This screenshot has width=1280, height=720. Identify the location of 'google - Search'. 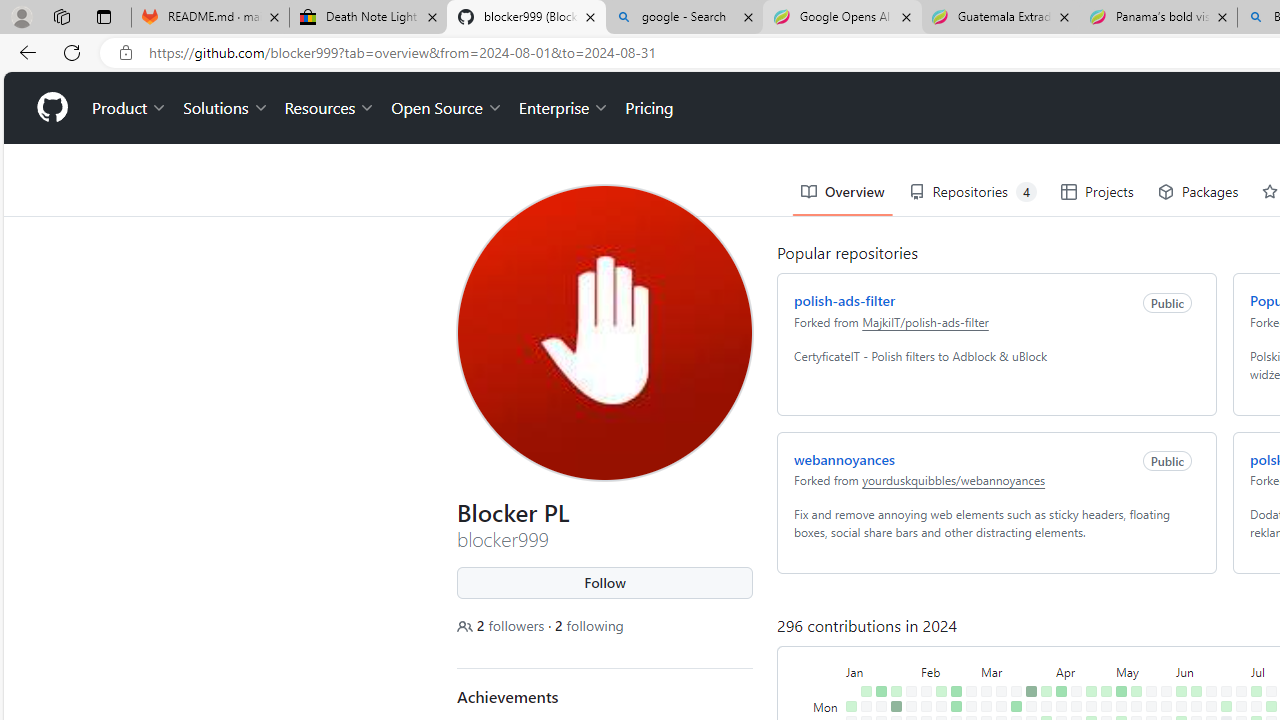
(684, 17).